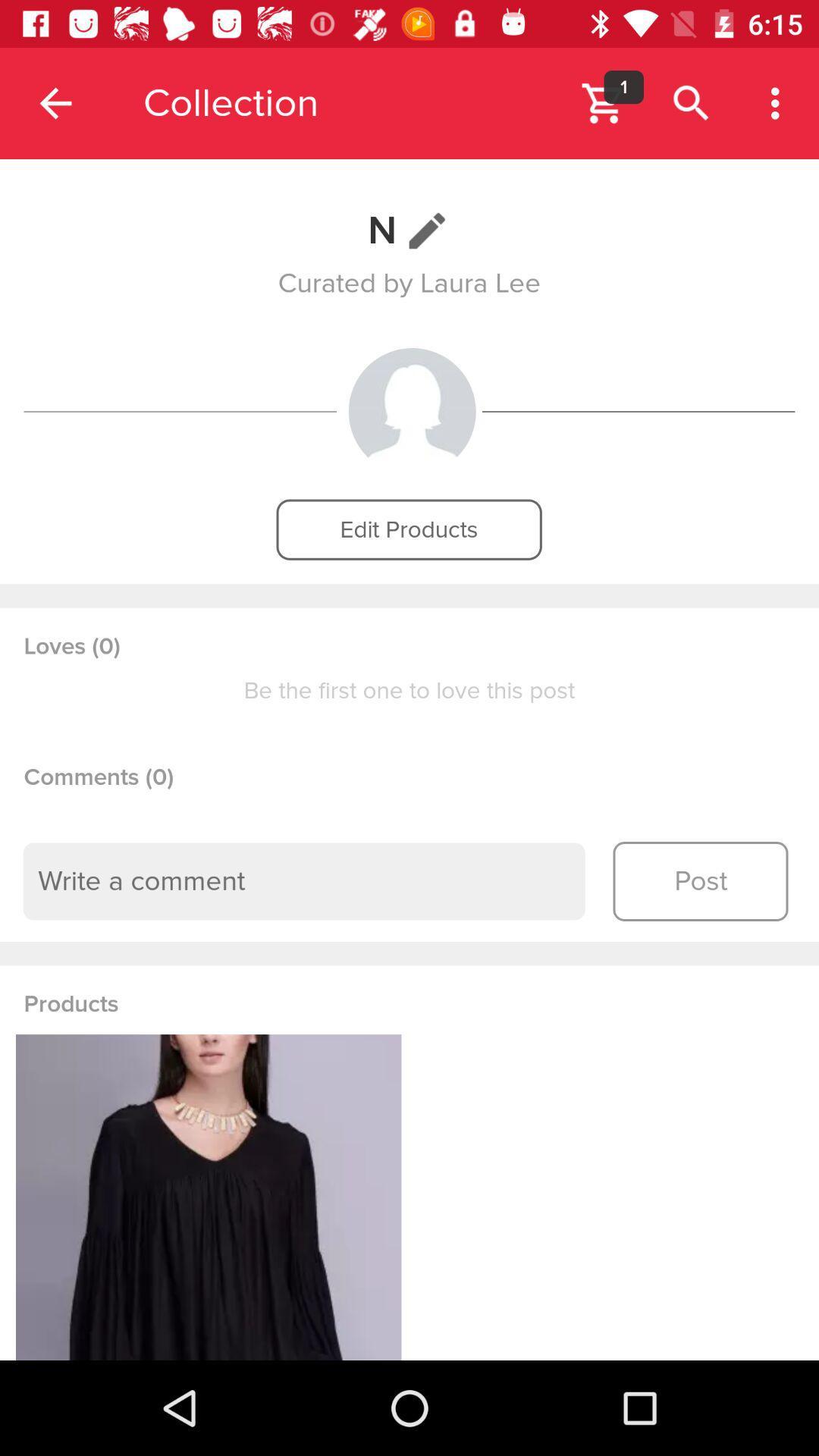 Image resolution: width=819 pixels, height=1456 pixels. What do you see at coordinates (304, 881) in the screenshot?
I see `text` at bounding box center [304, 881].